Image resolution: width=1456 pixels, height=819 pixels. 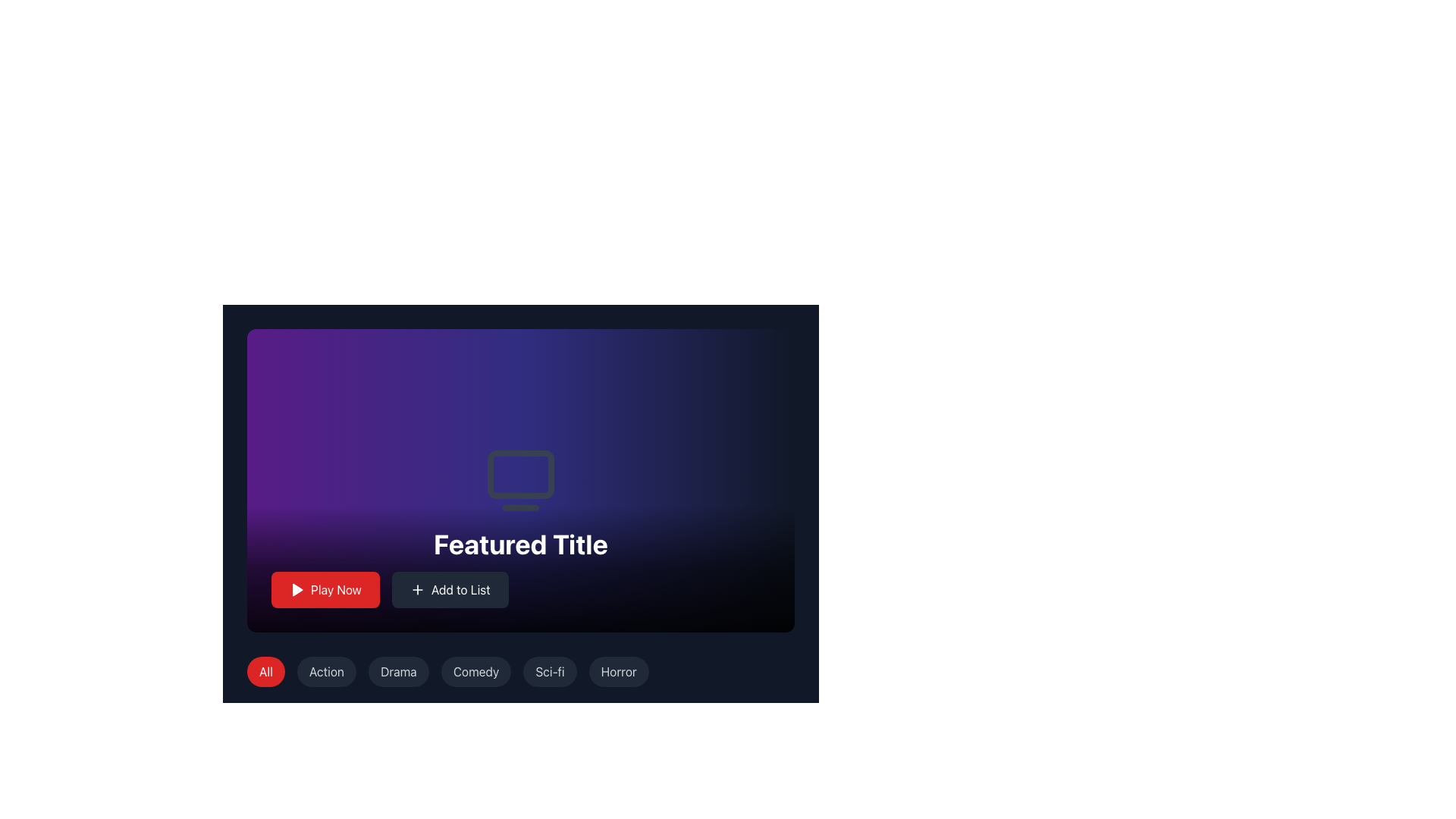 What do you see at coordinates (326, 671) in the screenshot?
I see `the filter button that selects the 'Action' category, located as the second button from the left in a horizontal list near the bottom of the interface` at bounding box center [326, 671].